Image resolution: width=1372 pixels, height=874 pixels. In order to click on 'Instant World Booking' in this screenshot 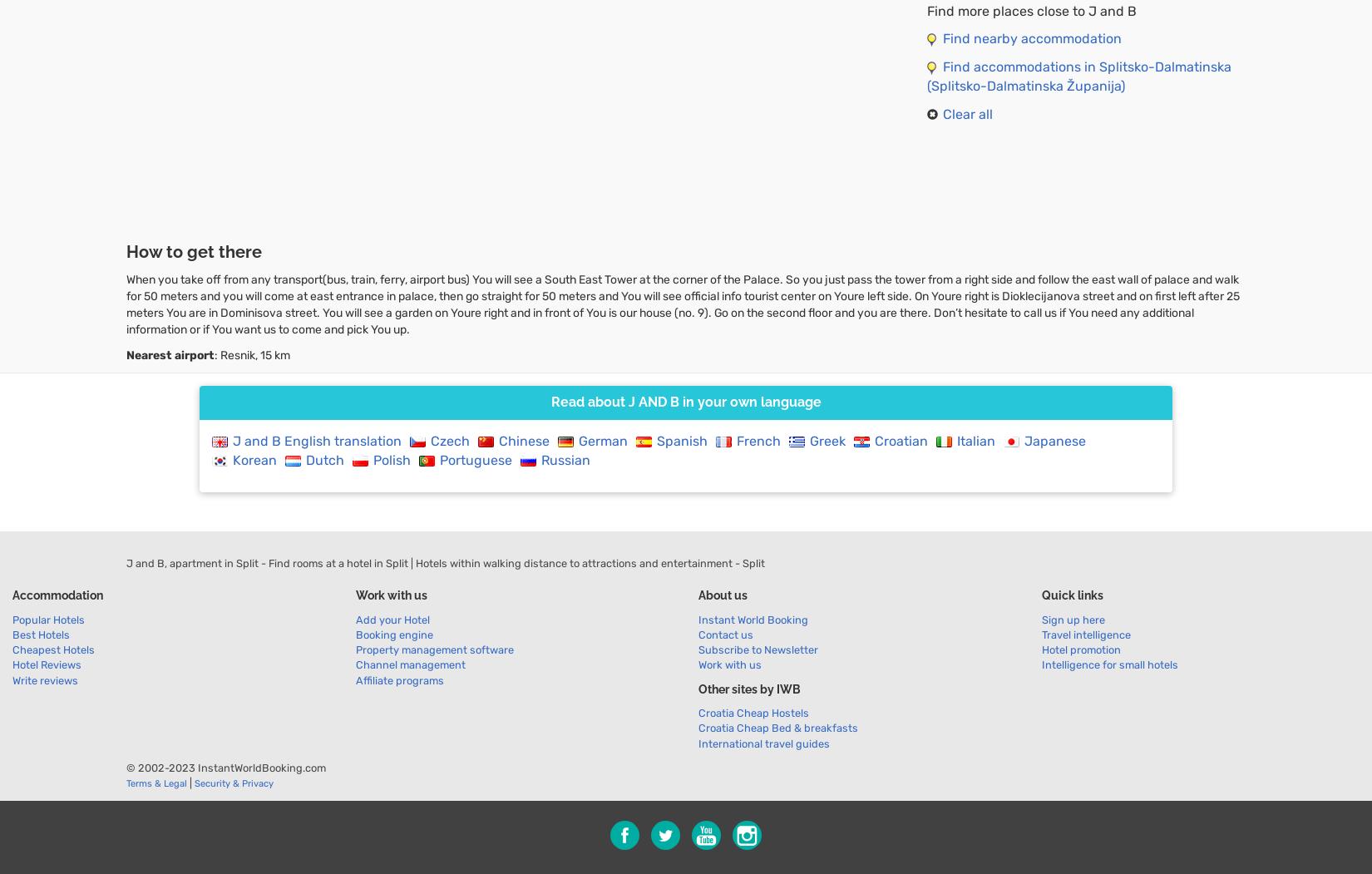, I will do `click(753, 619)`.